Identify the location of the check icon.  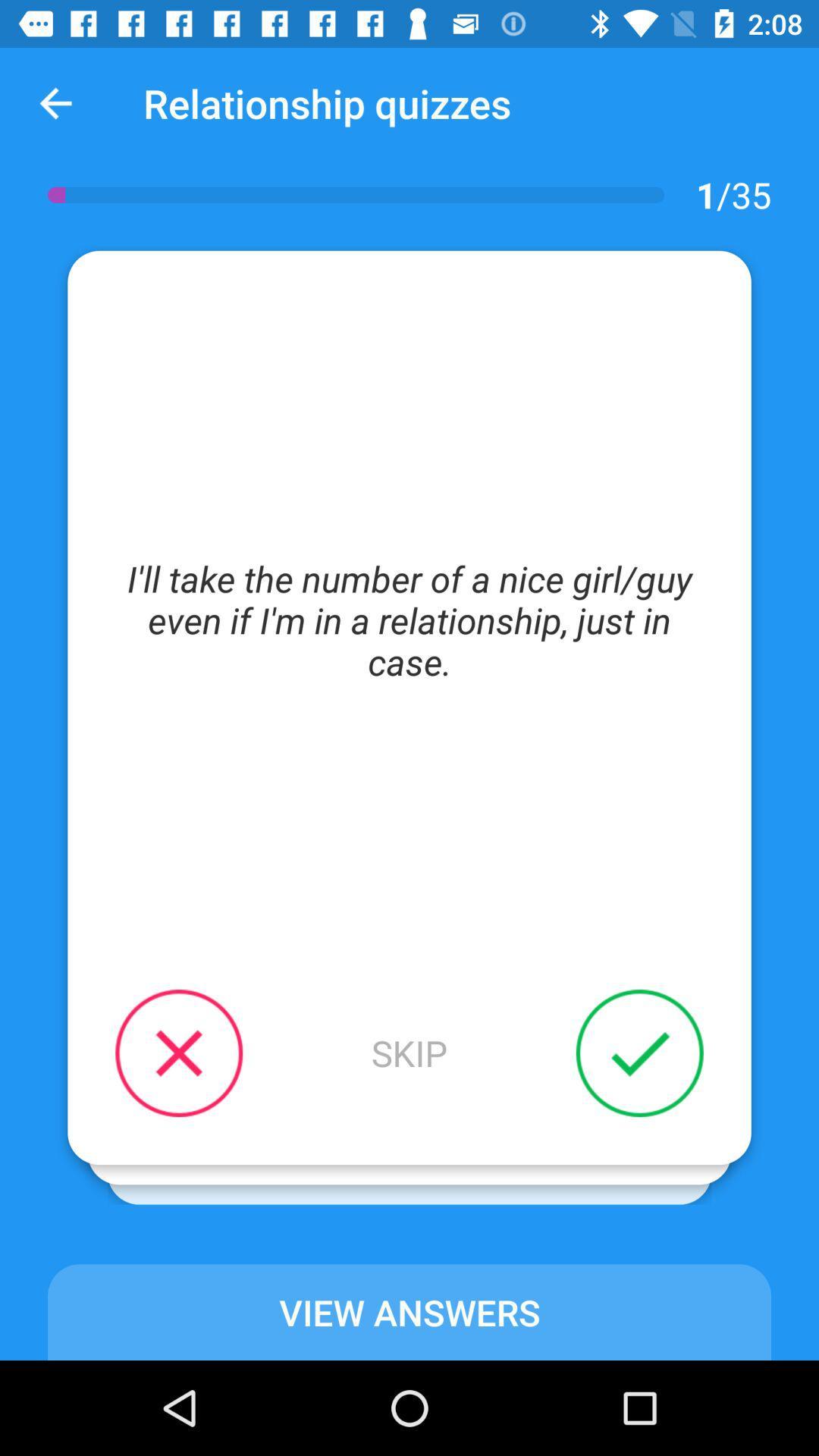
(639, 1052).